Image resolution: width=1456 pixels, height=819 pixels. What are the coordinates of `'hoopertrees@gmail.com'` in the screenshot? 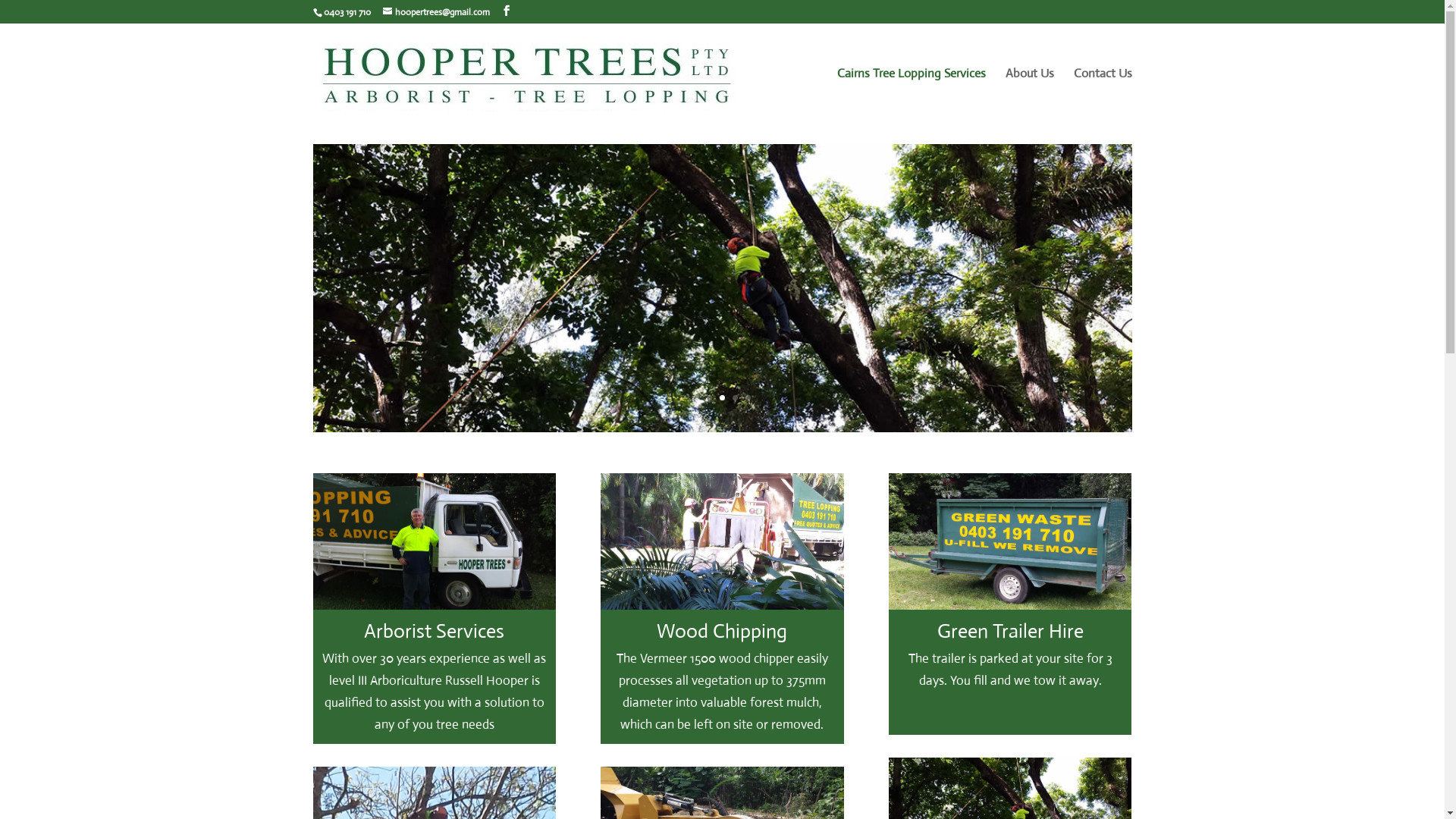 It's located at (435, 11).